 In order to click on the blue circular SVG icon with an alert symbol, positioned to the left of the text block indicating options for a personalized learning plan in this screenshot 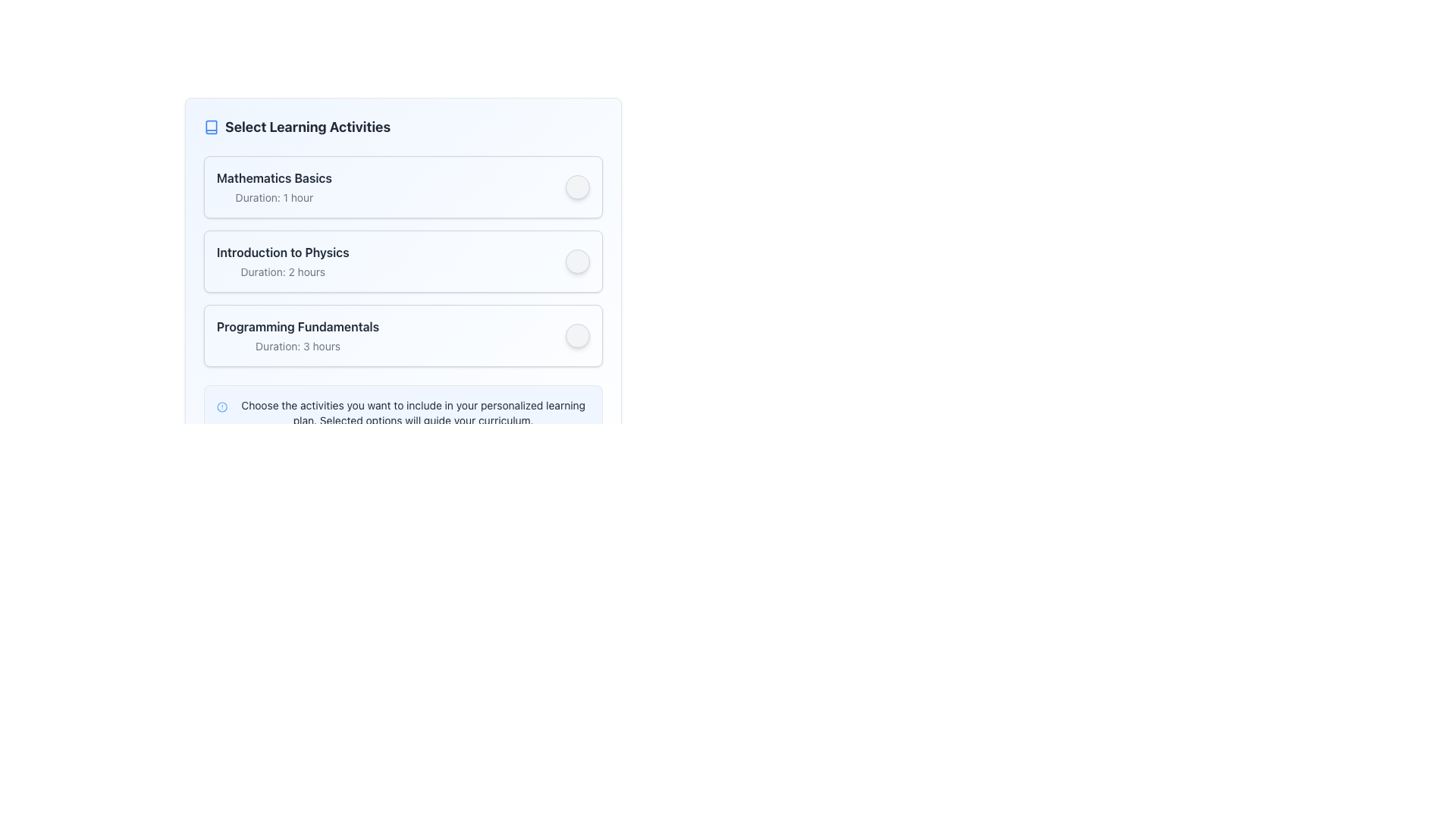, I will do `click(221, 406)`.